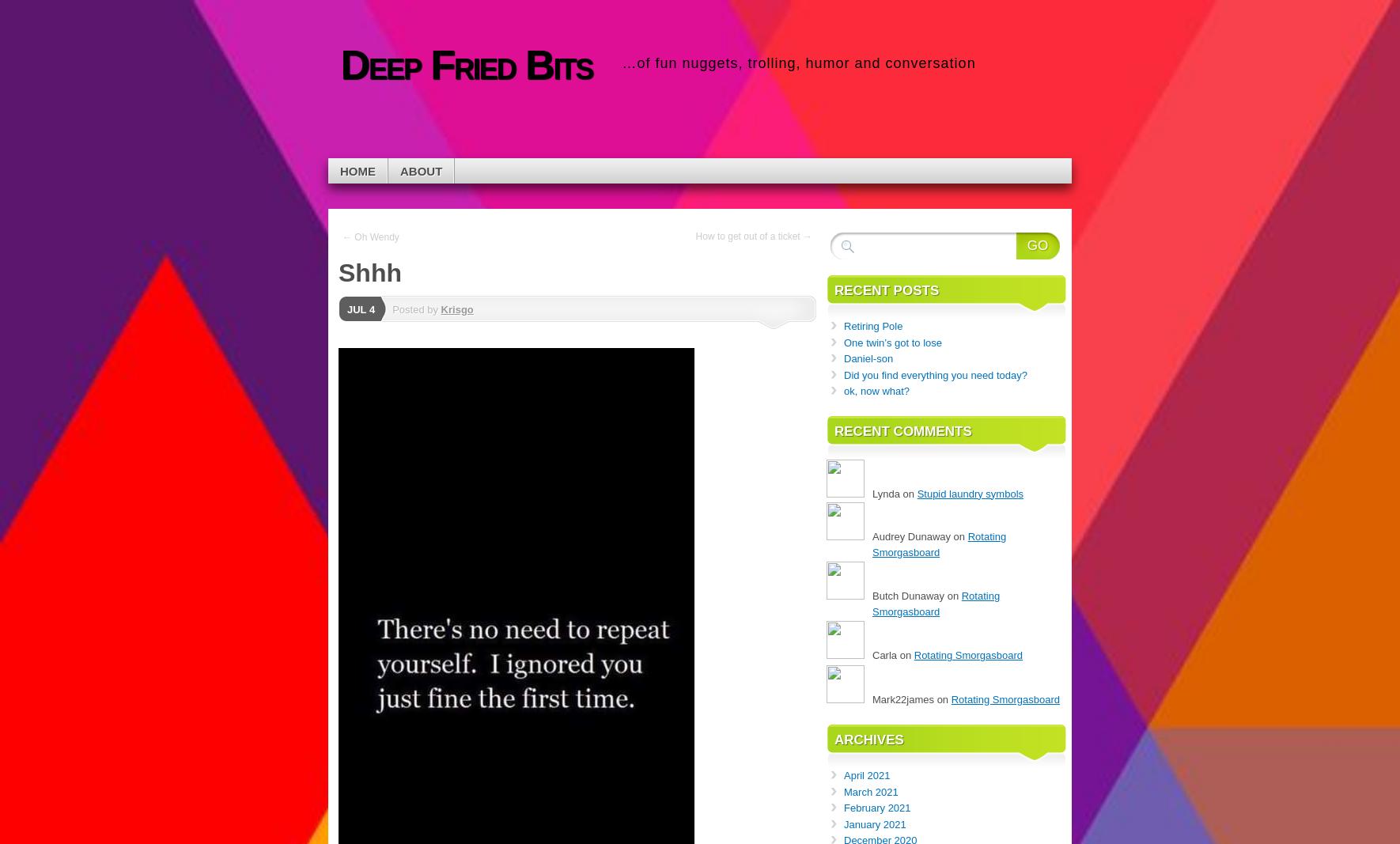 Image resolution: width=1400 pixels, height=844 pixels. I want to click on 'How to get out of a ticket →', so click(752, 236).